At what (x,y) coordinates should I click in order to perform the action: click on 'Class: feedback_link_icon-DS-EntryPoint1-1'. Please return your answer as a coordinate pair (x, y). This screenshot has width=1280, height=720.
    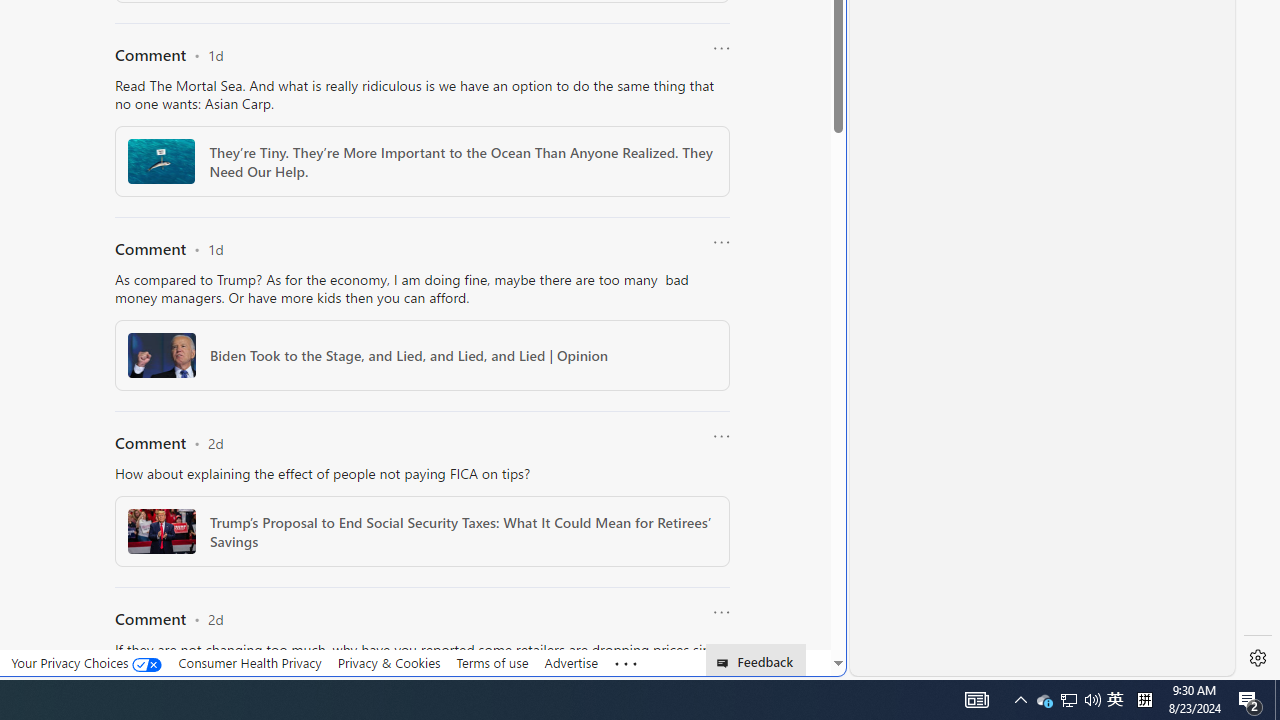
    Looking at the image, I should click on (726, 663).